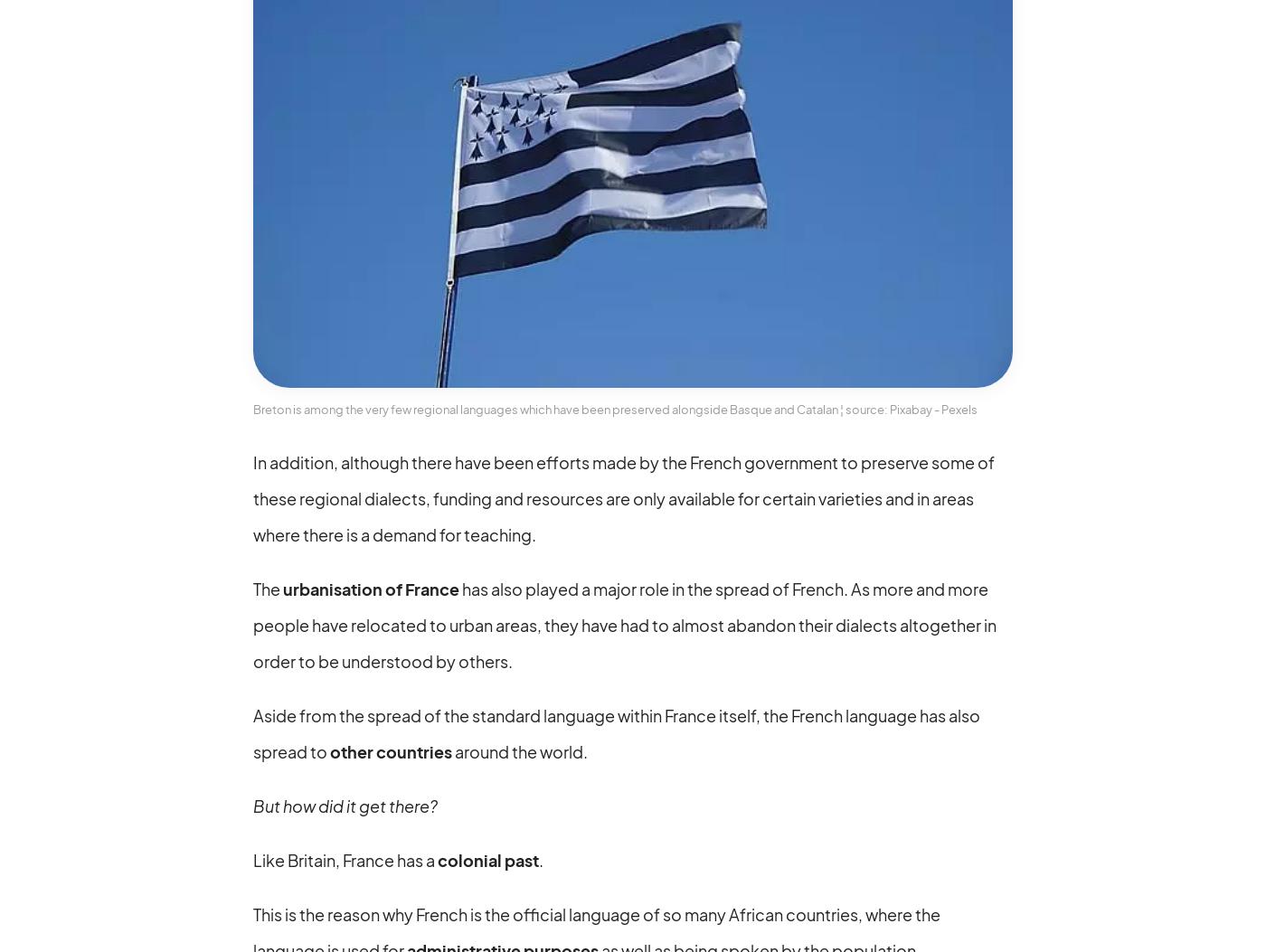  What do you see at coordinates (615, 407) in the screenshot?
I see `'Breton is among the very few regional languages which have been preserved alongside Basque and Catalan ¦ source: Pixabay - Pexels'` at bounding box center [615, 407].